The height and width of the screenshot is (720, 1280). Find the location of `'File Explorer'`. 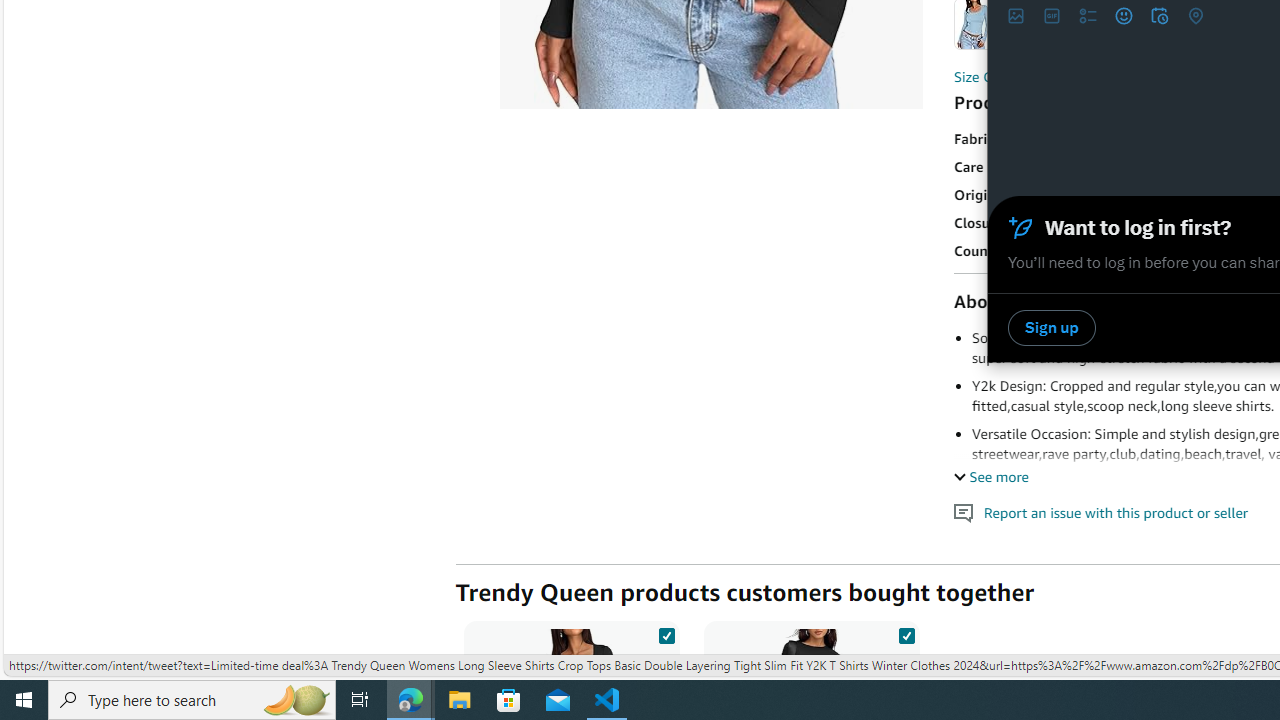

'File Explorer' is located at coordinates (459, 698).